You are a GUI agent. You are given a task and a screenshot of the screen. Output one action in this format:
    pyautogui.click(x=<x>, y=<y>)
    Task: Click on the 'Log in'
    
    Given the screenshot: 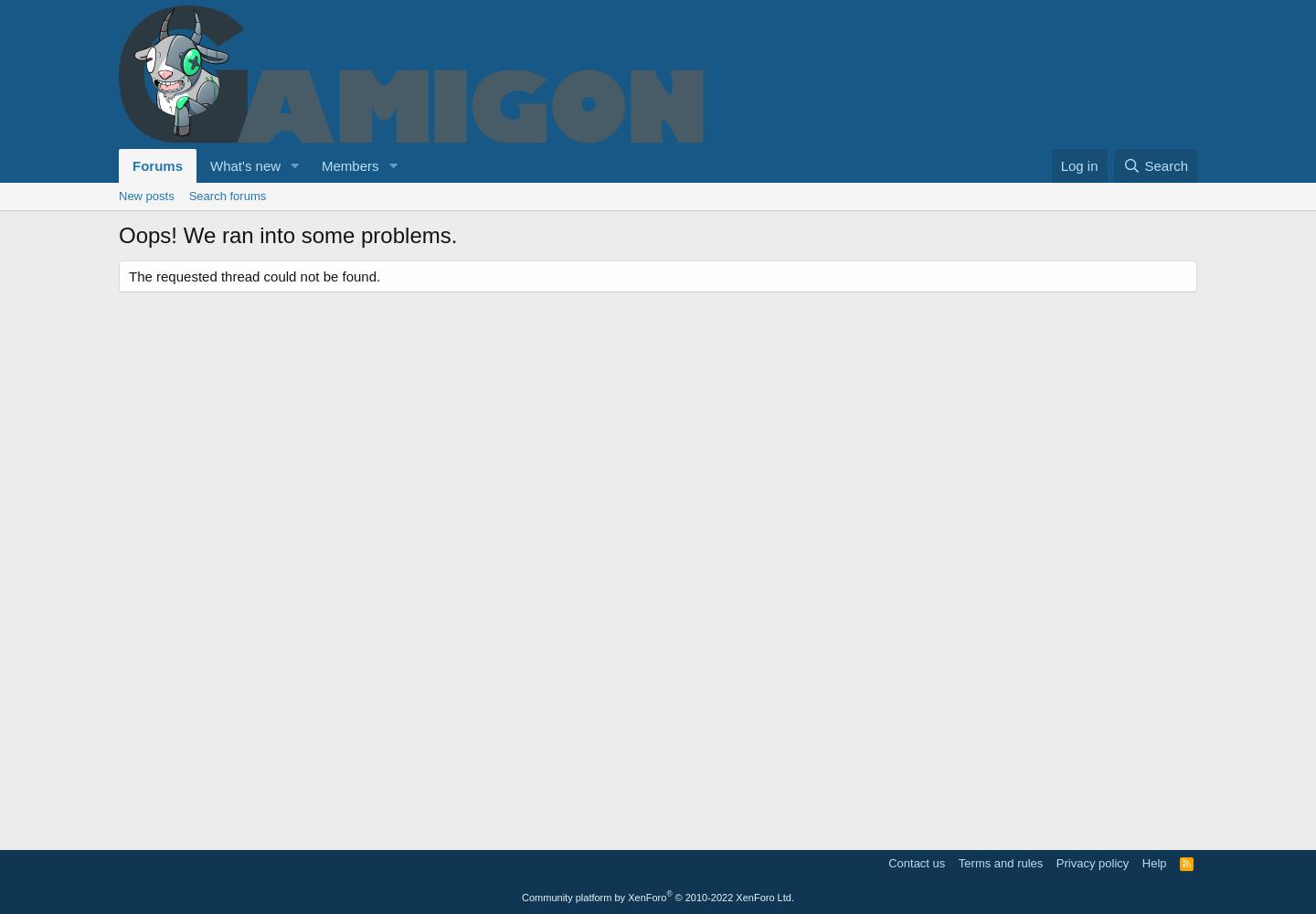 What is the action you would take?
    pyautogui.click(x=1060, y=165)
    